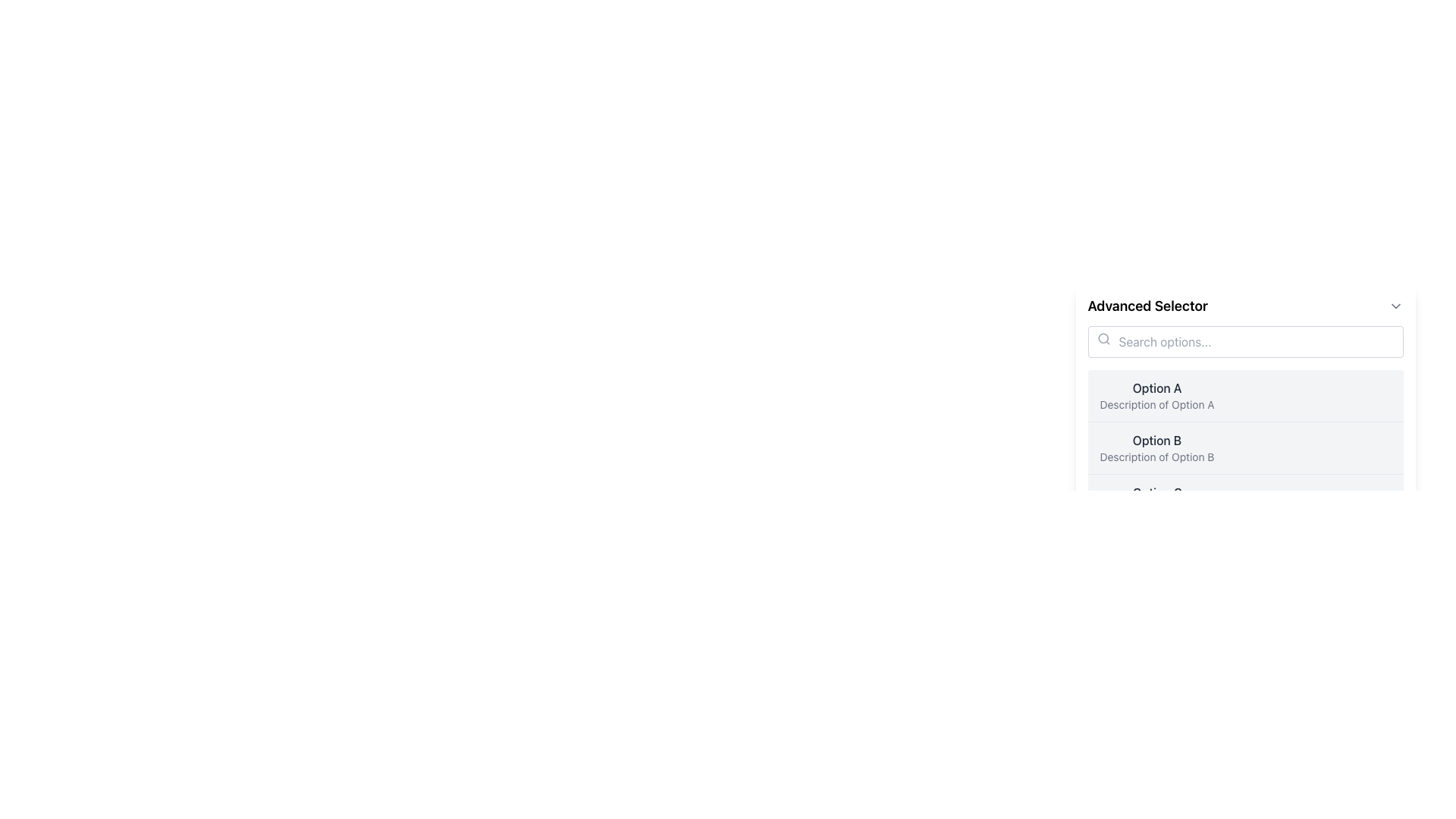 This screenshot has height=819, width=1456. What do you see at coordinates (1245, 306) in the screenshot?
I see `the dropdown activator header to enable keyboard interaction with the dropdown menu` at bounding box center [1245, 306].